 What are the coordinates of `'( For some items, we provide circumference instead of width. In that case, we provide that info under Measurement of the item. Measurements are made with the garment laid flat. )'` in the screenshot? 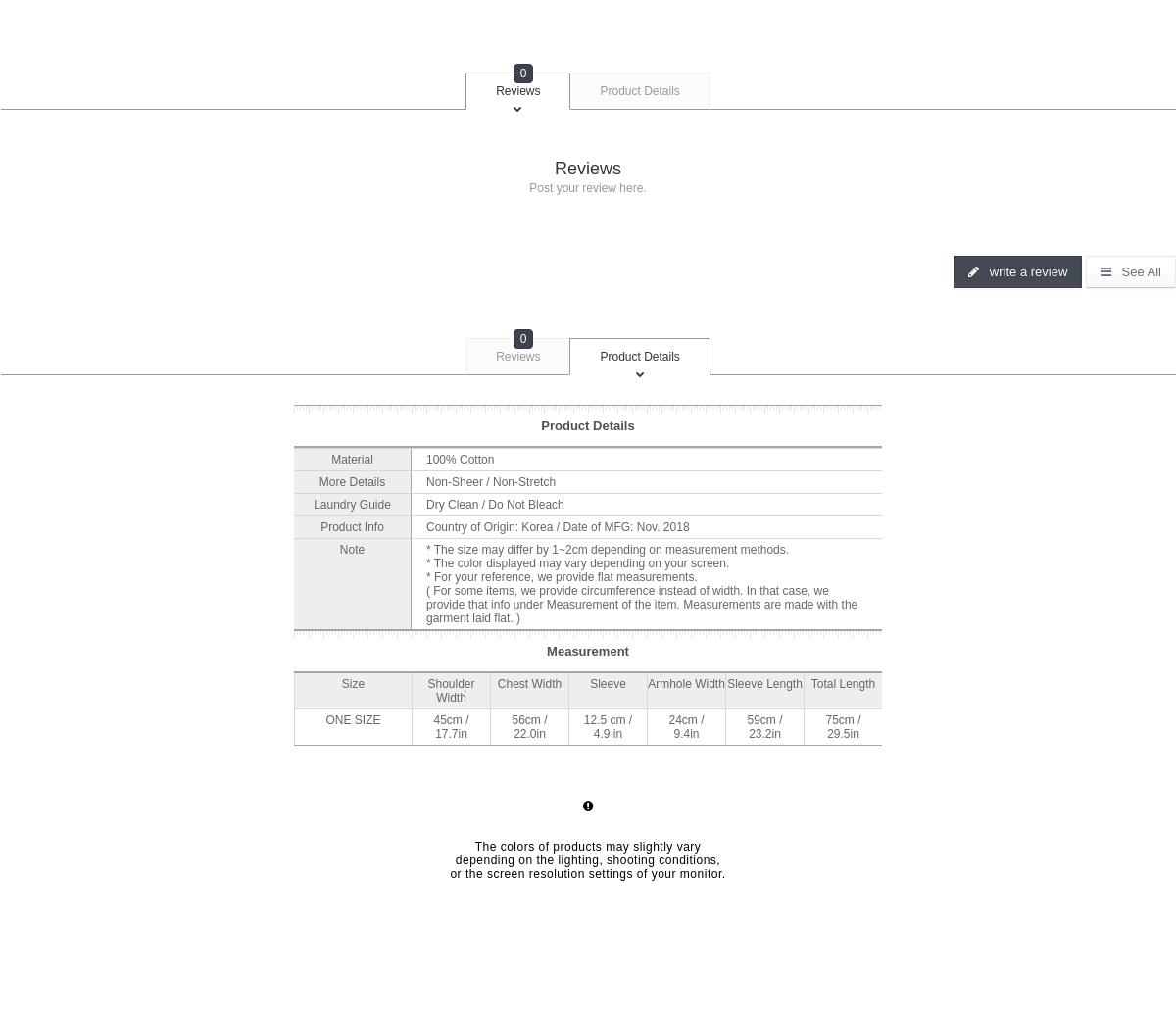 It's located at (641, 603).